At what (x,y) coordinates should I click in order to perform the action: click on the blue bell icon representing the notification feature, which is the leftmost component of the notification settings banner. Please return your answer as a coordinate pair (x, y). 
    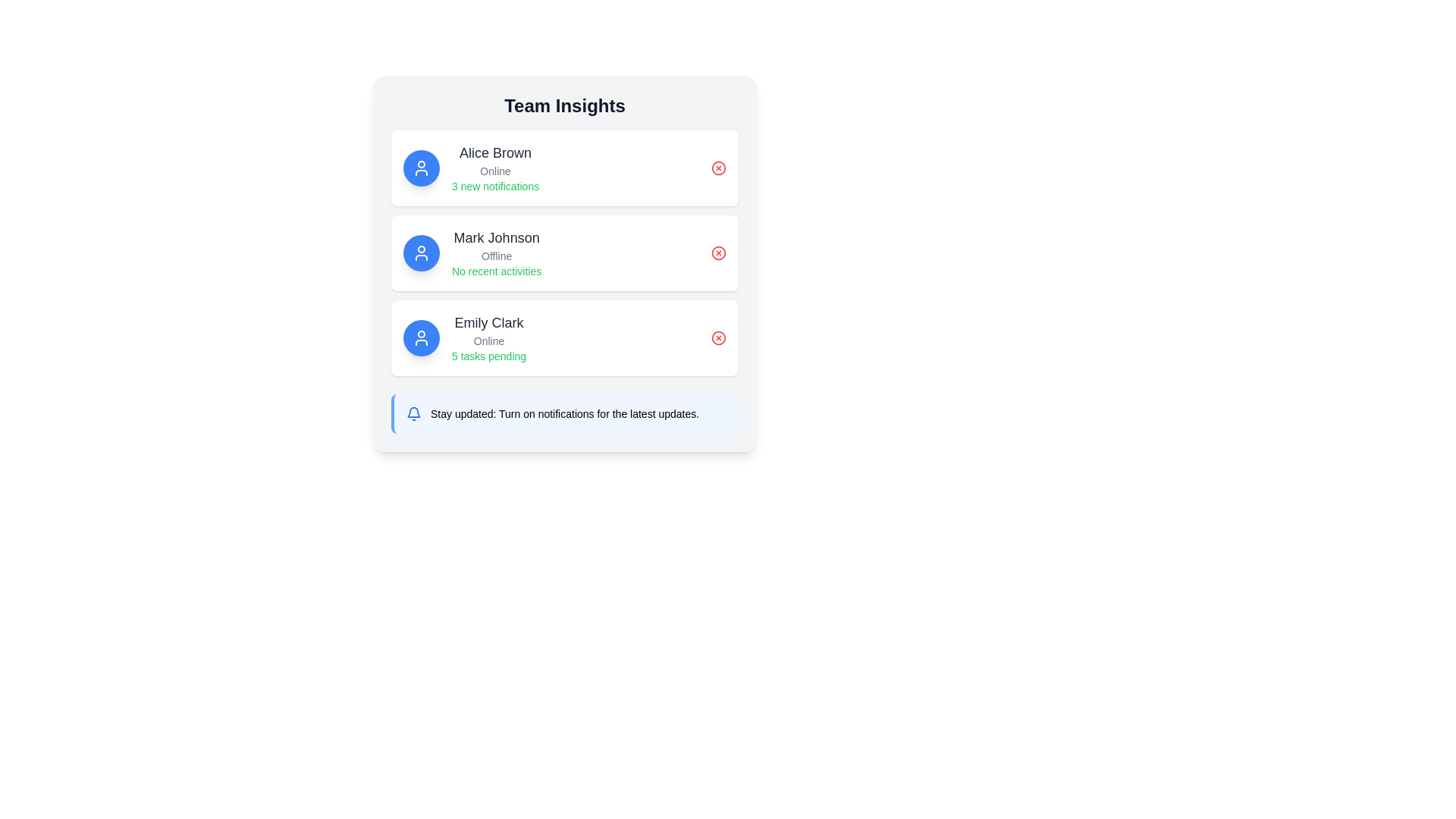
    Looking at the image, I should click on (414, 414).